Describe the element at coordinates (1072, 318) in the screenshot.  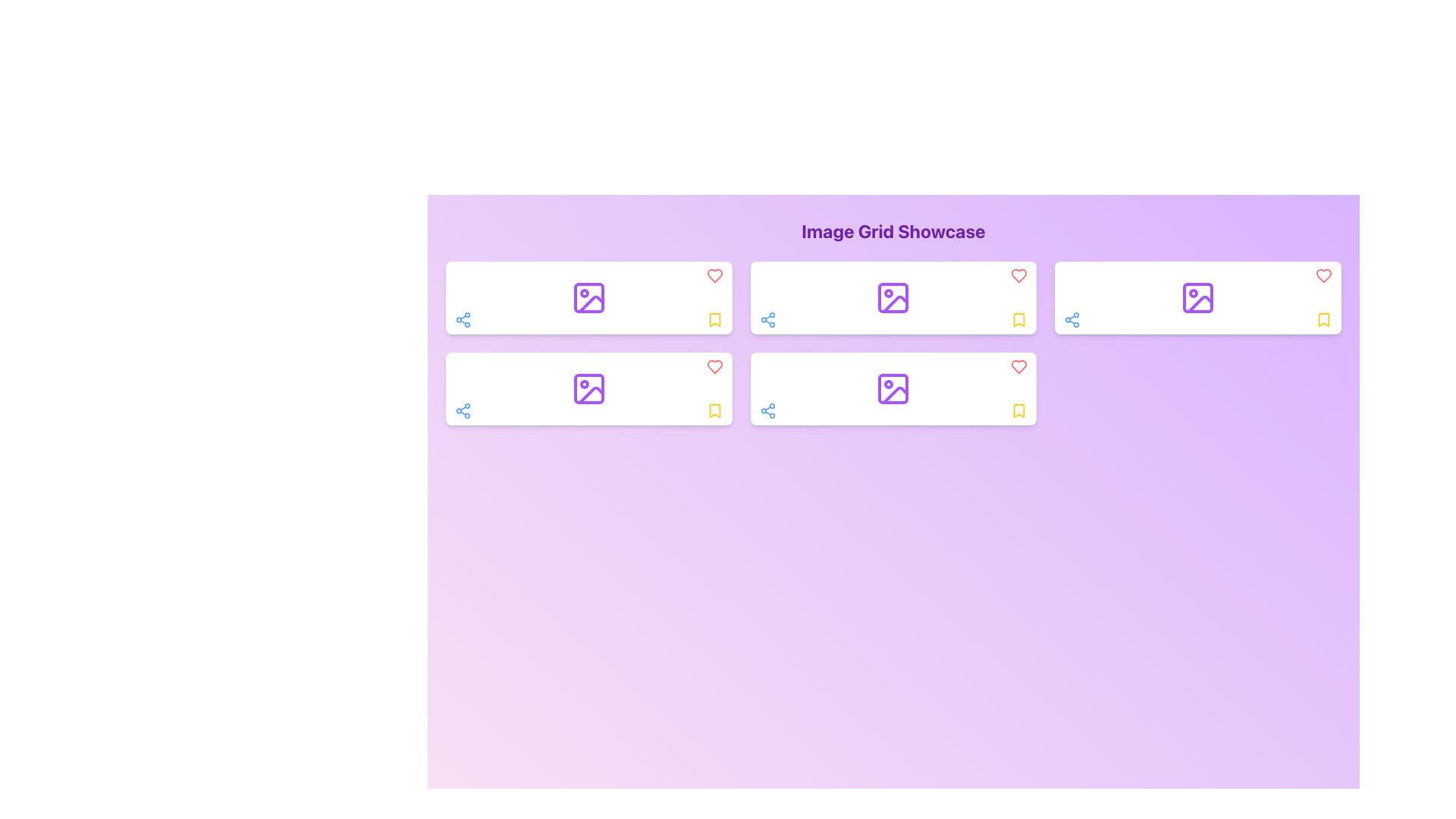
I see `the blue icon resembling a connected nodes diagram located at the bottom-left of the fourth card in the top row of the grid to share` at that location.